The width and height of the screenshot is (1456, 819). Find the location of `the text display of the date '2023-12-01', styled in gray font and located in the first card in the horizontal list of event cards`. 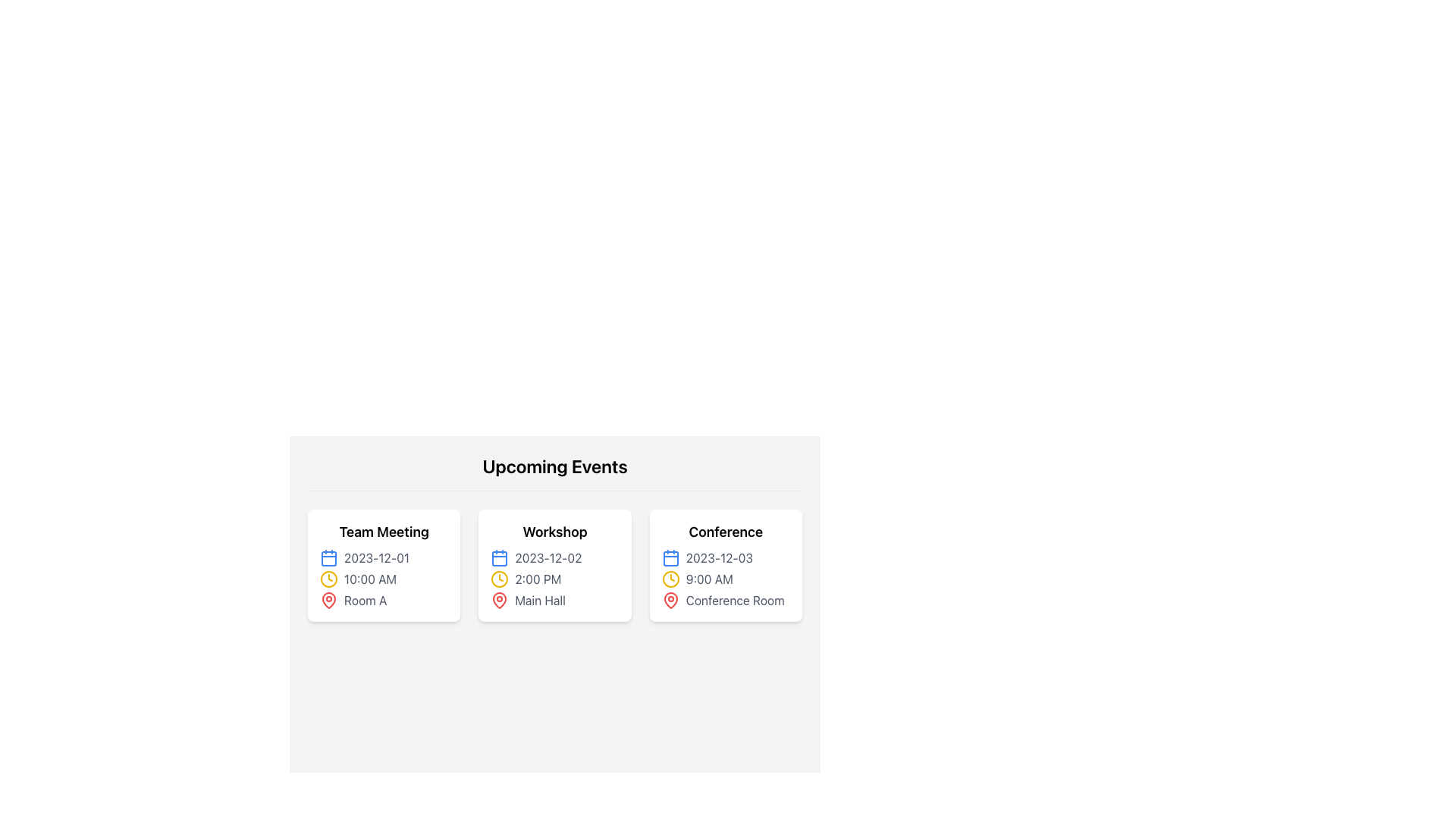

the text display of the date '2023-12-01', styled in gray font and located in the first card in the horizontal list of event cards is located at coordinates (384, 558).